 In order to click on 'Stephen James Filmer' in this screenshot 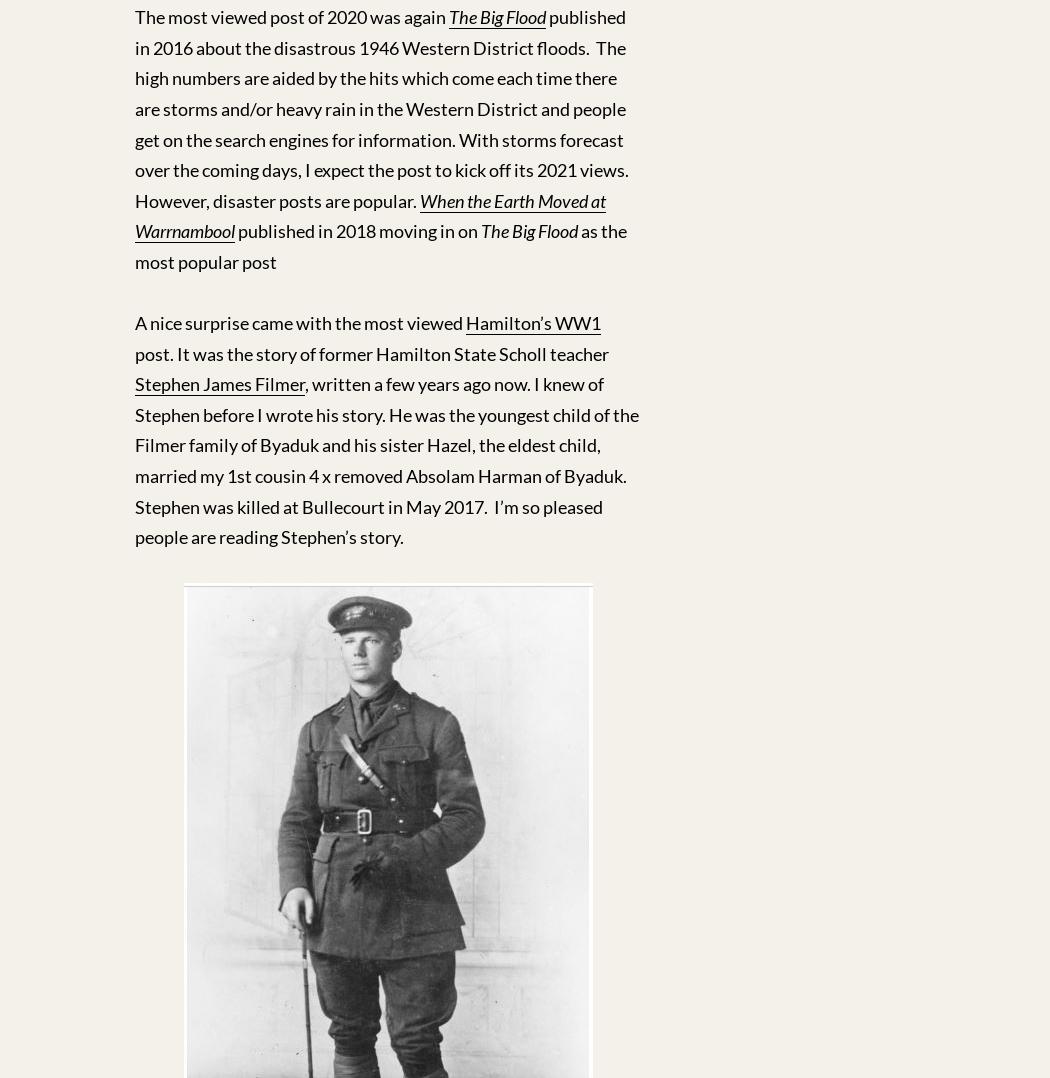, I will do `click(218, 383)`.